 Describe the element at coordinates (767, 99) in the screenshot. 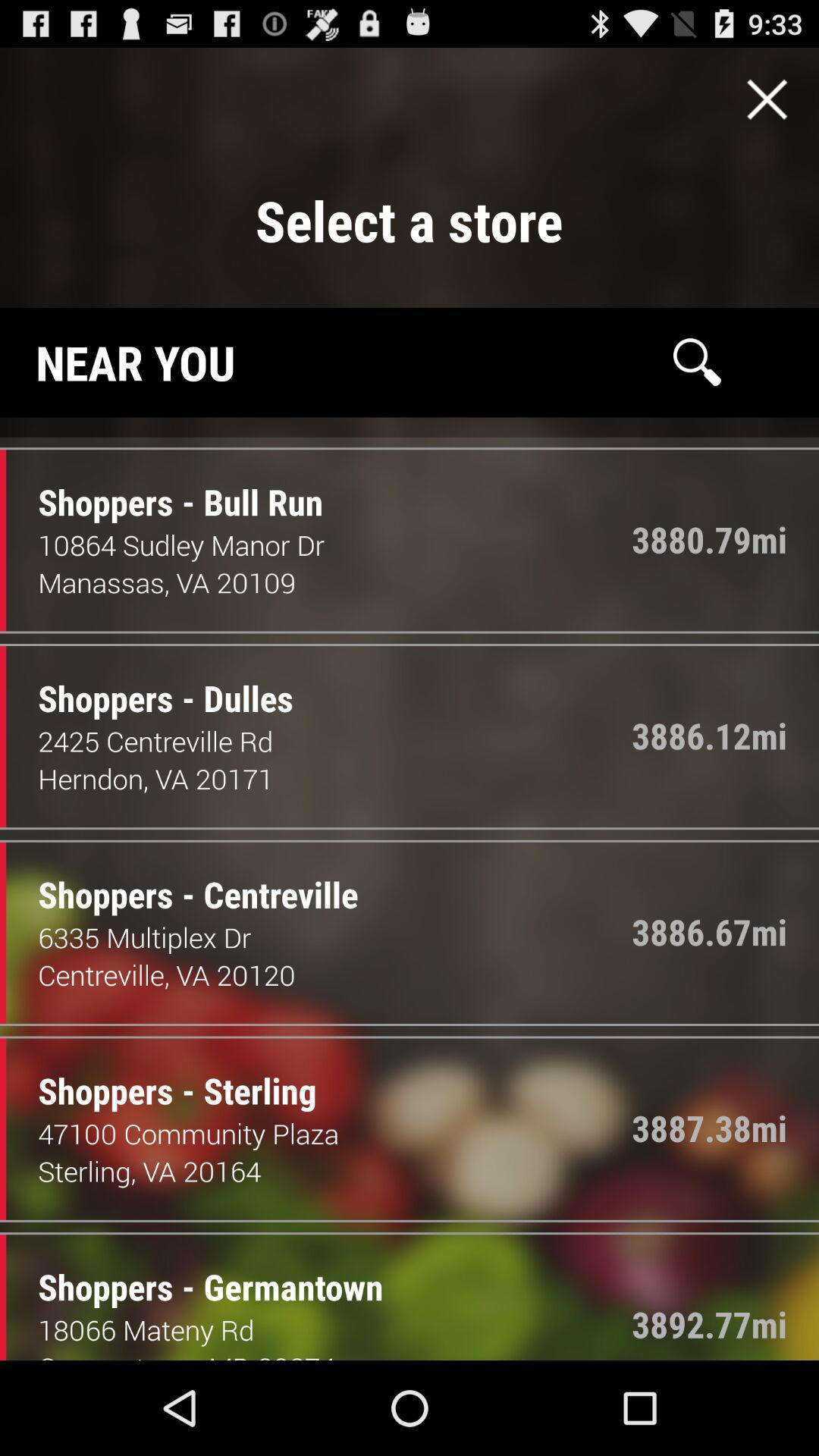

I see `exit screen` at that location.